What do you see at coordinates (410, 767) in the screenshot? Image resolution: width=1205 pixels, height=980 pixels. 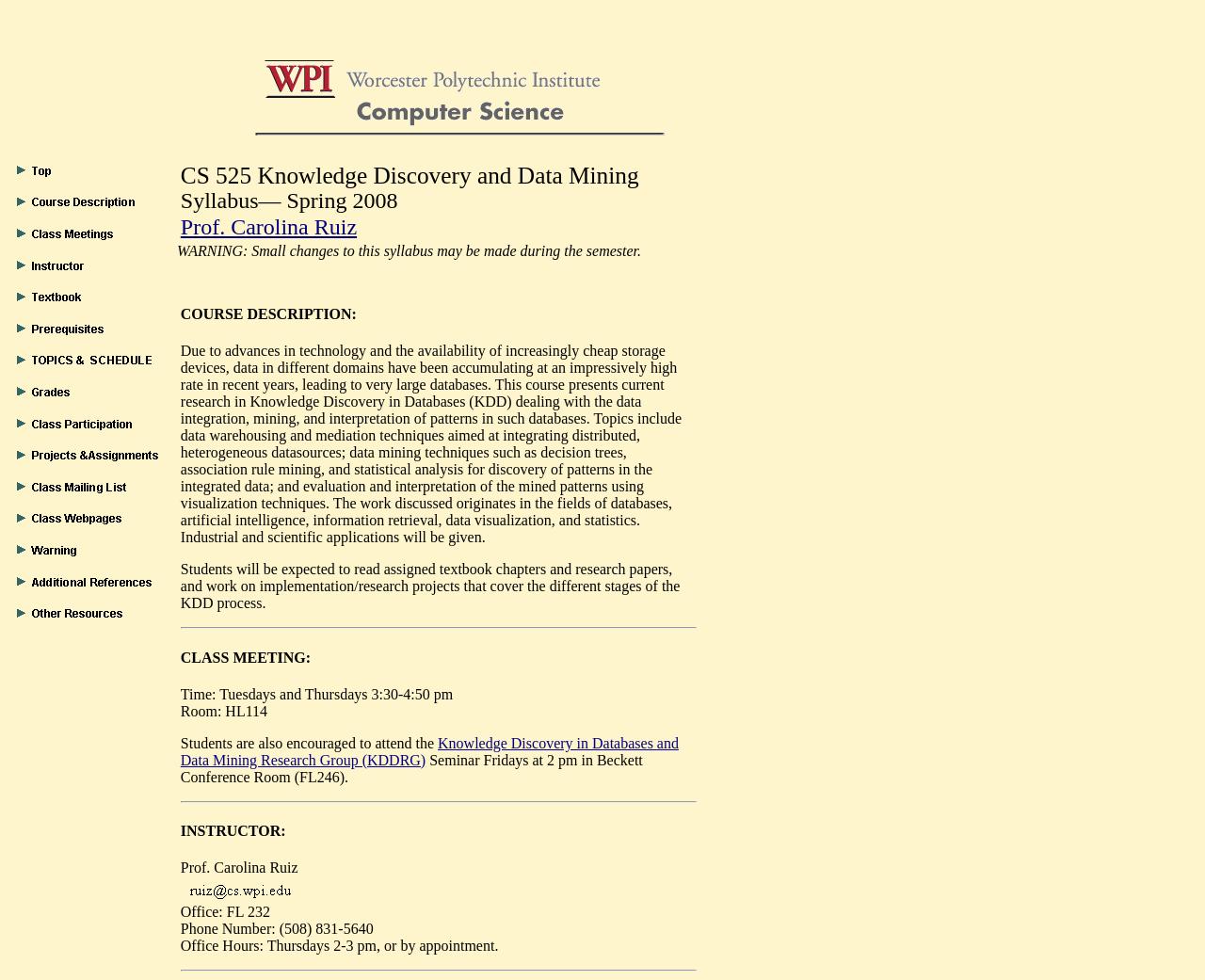 I see `'Seminar Fridays at
2 pm in Beckett Conference Room (FL246).'` at bounding box center [410, 767].